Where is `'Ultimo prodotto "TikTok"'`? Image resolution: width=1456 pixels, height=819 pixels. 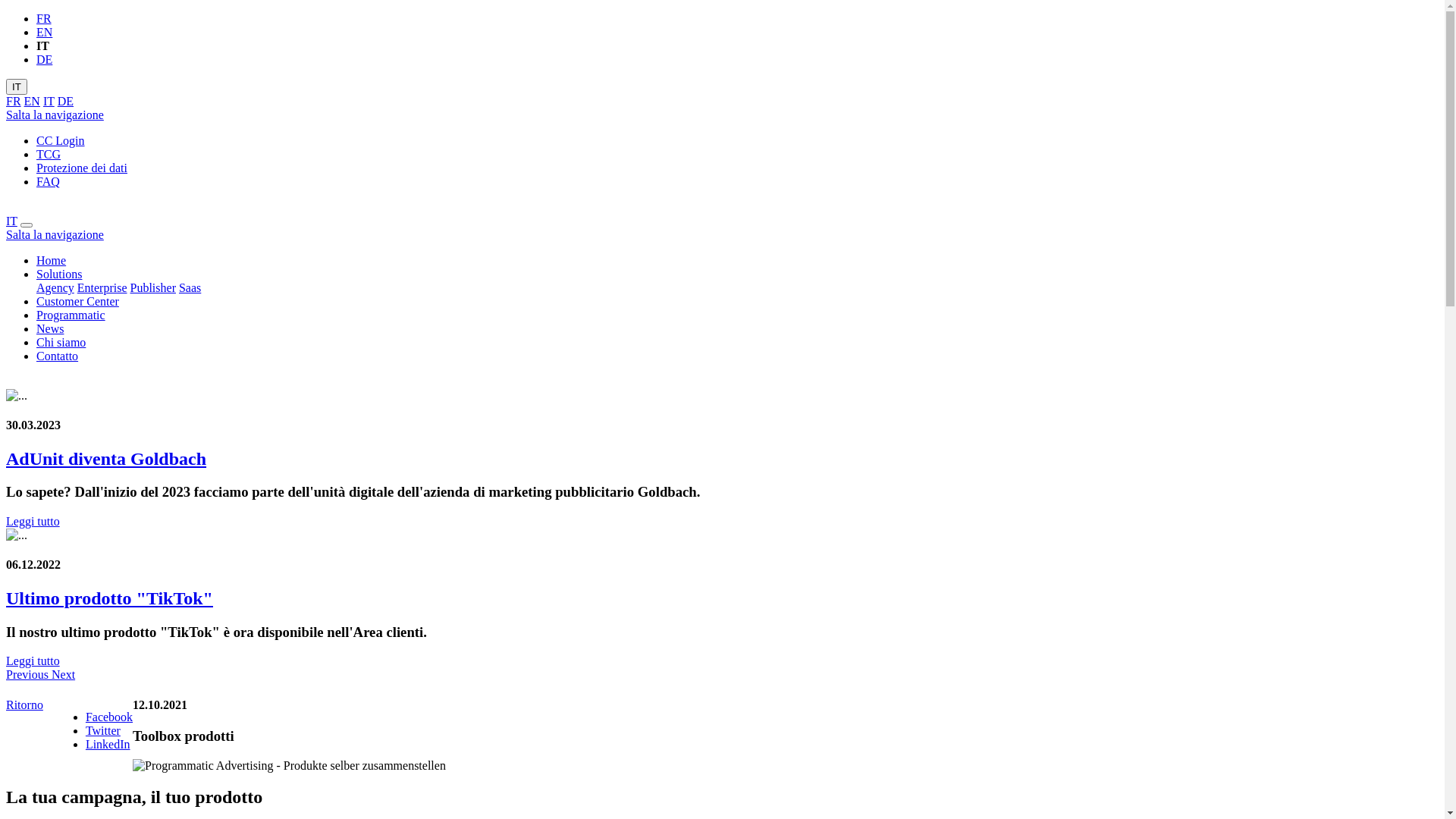
'Ultimo prodotto "TikTok"' is located at coordinates (108, 598).